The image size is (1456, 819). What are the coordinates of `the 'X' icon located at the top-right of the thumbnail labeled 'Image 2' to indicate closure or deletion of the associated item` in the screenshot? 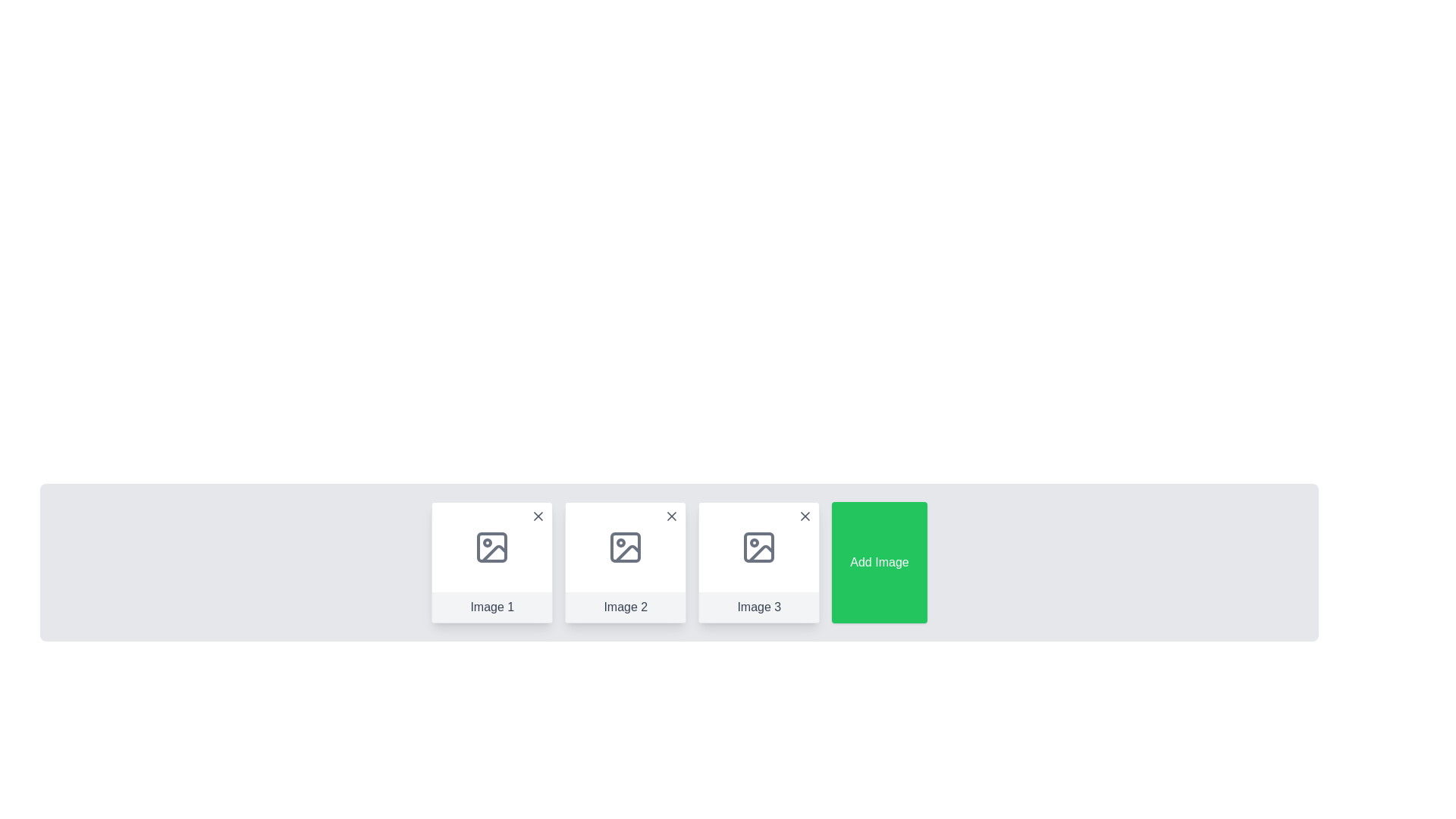 It's located at (671, 516).